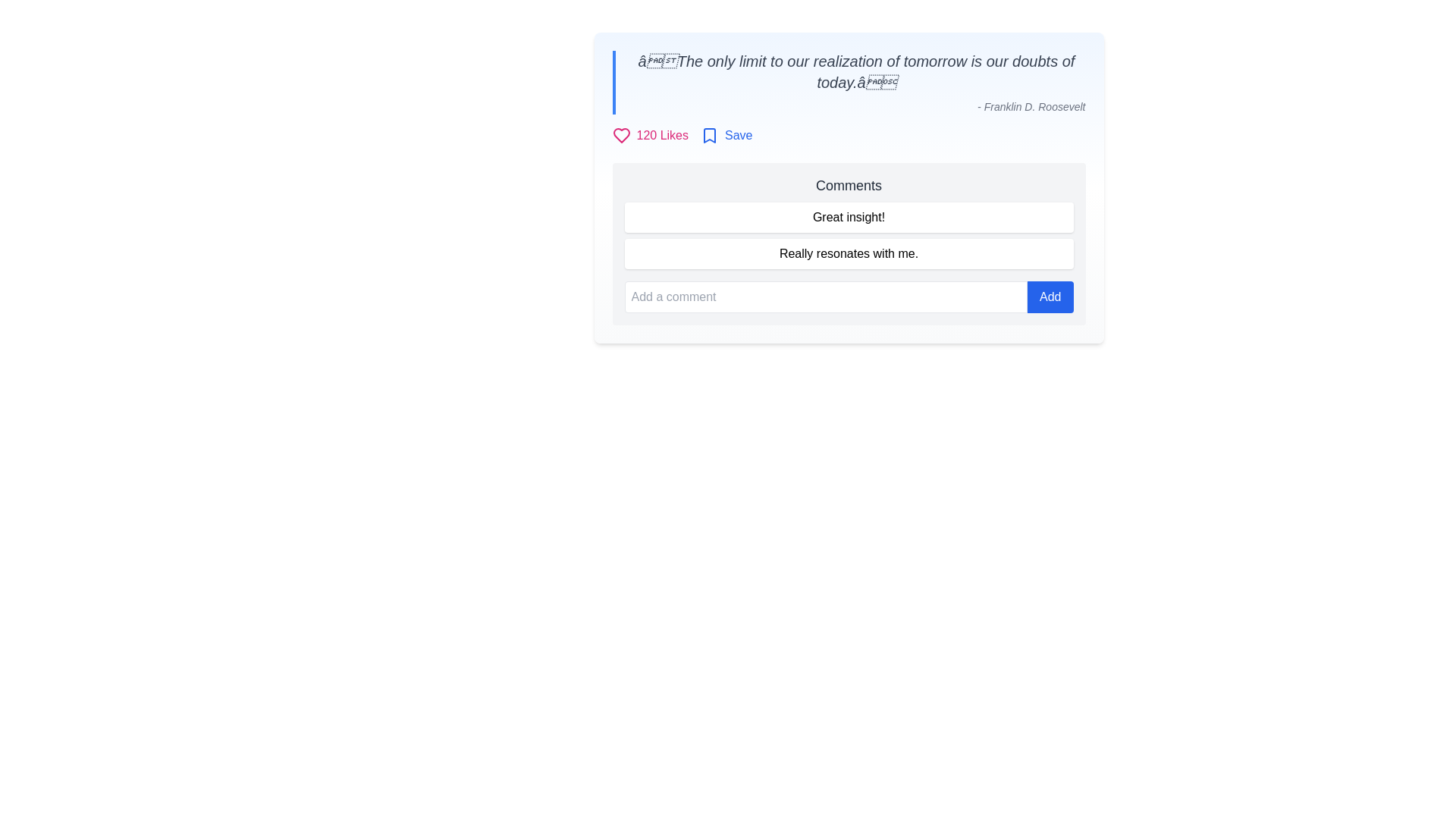 The width and height of the screenshot is (1456, 819). Describe the element at coordinates (848, 253) in the screenshot. I see `comment text displayed in the Text Display Box, which contains the text 'Really resonates with me.'` at that location.